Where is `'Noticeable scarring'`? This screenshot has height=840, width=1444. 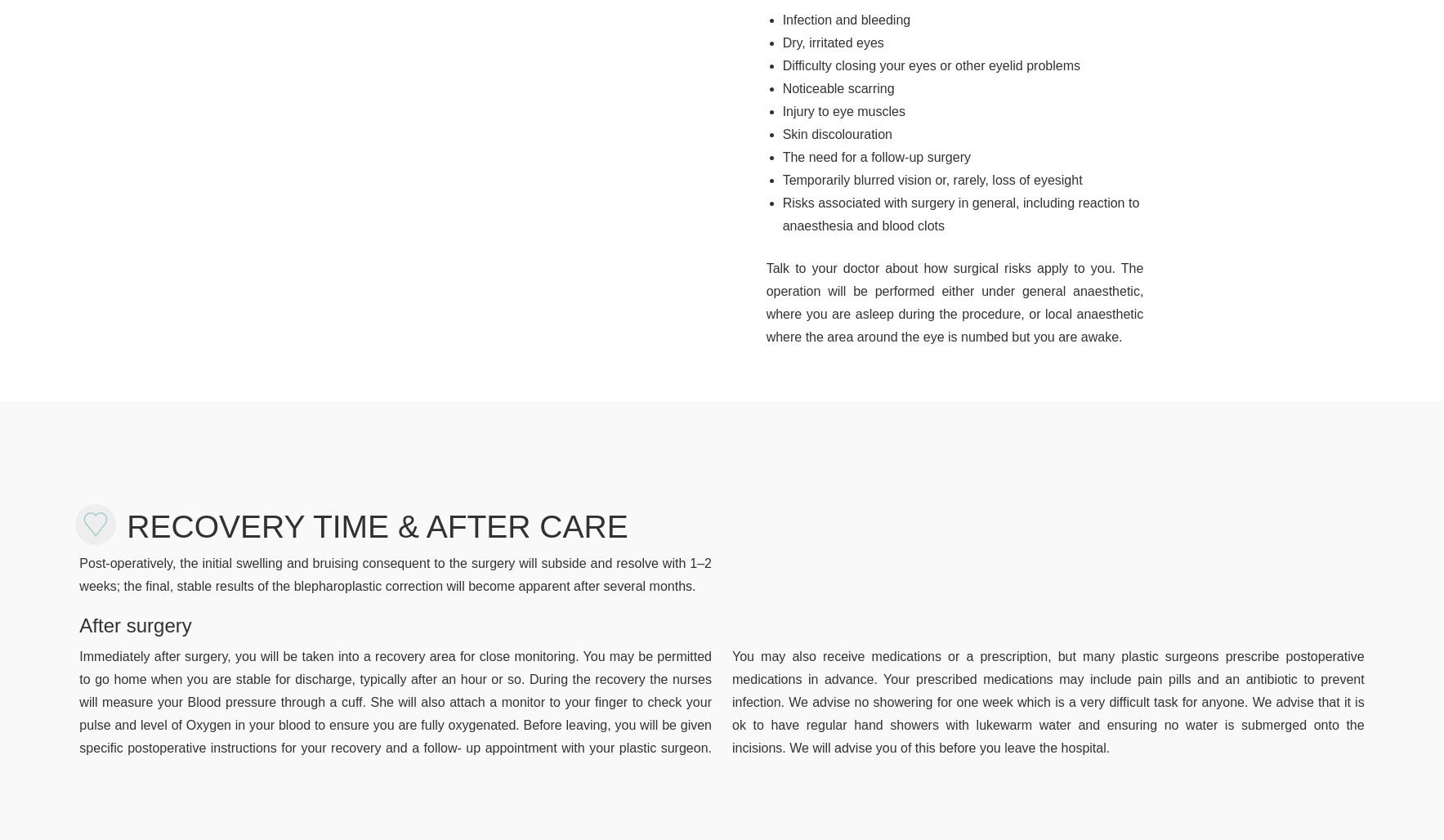
'Noticeable scarring' is located at coordinates (838, 87).